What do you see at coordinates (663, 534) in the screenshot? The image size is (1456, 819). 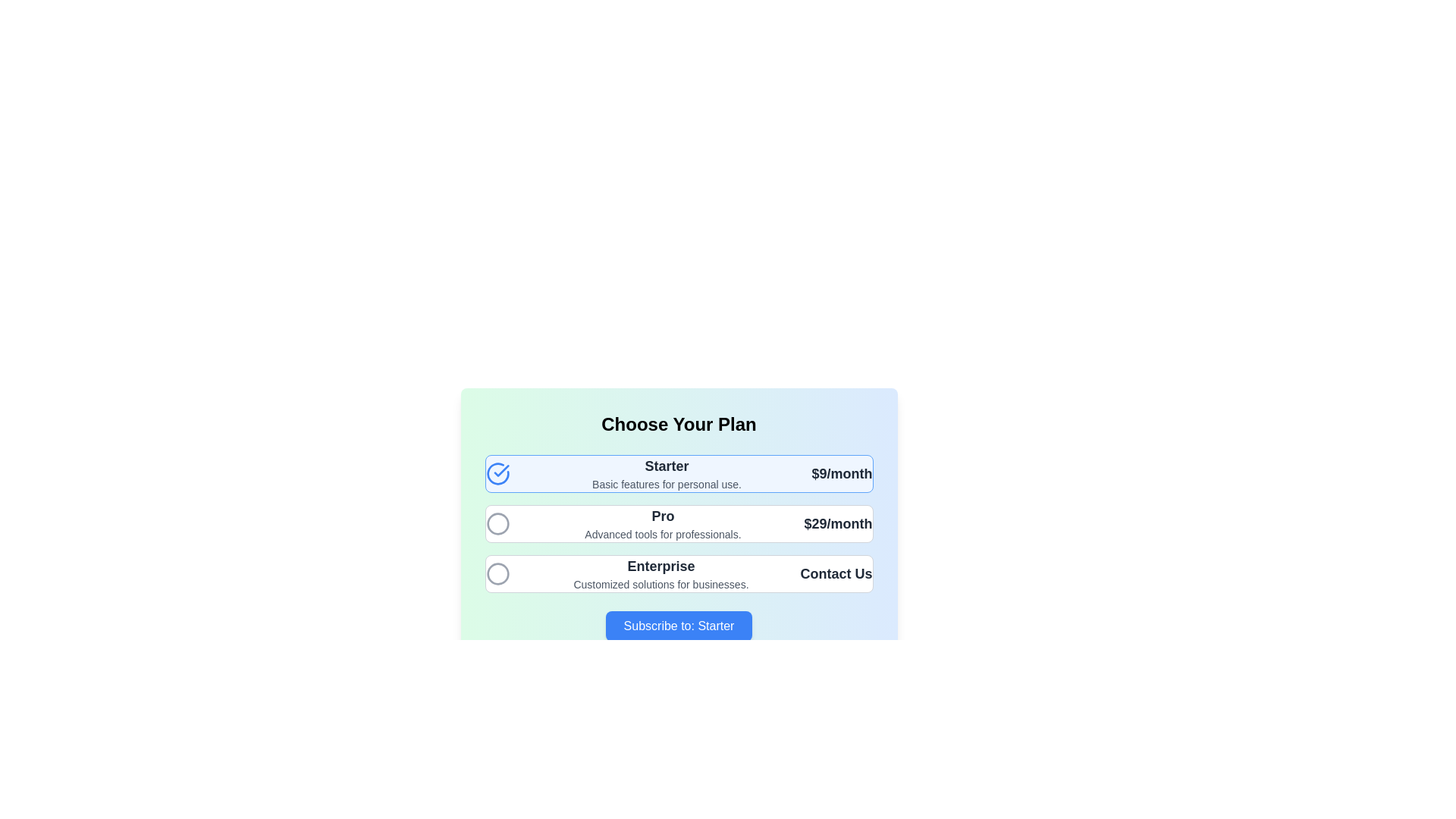 I see `the text element displaying 'Advanced tools for professionals.' located beneath the bold title 'Pro' within the 'Pro' plan option block` at bounding box center [663, 534].